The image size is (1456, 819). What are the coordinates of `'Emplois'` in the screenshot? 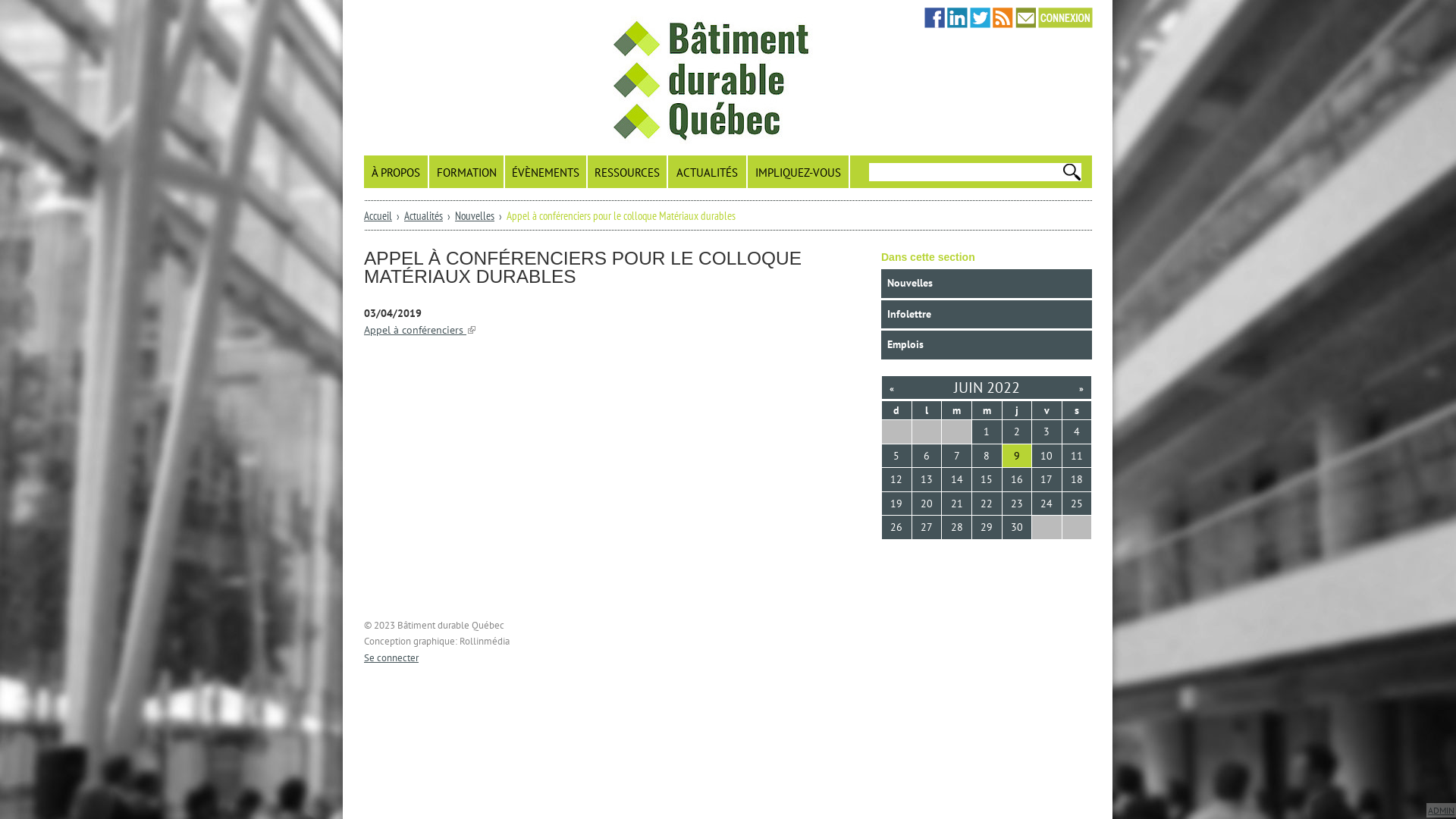 It's located at (986, 345).